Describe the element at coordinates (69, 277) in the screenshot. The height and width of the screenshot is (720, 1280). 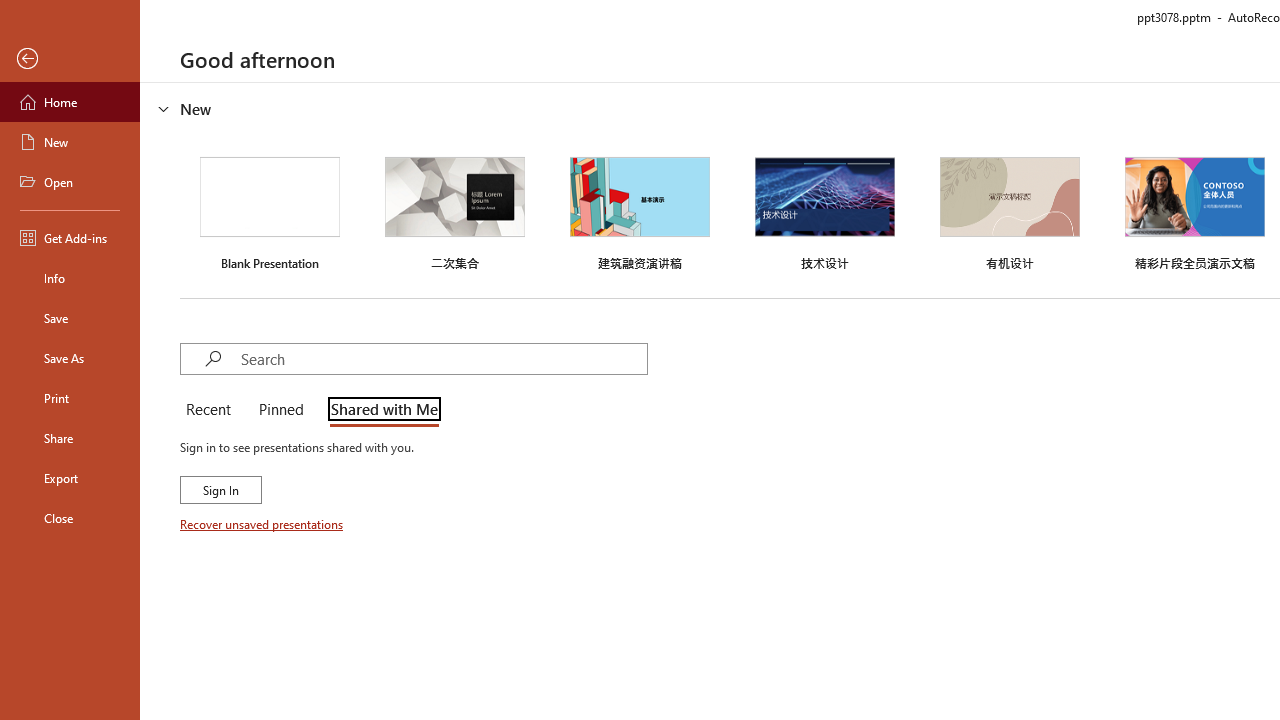
I see `'Info'` at that location.